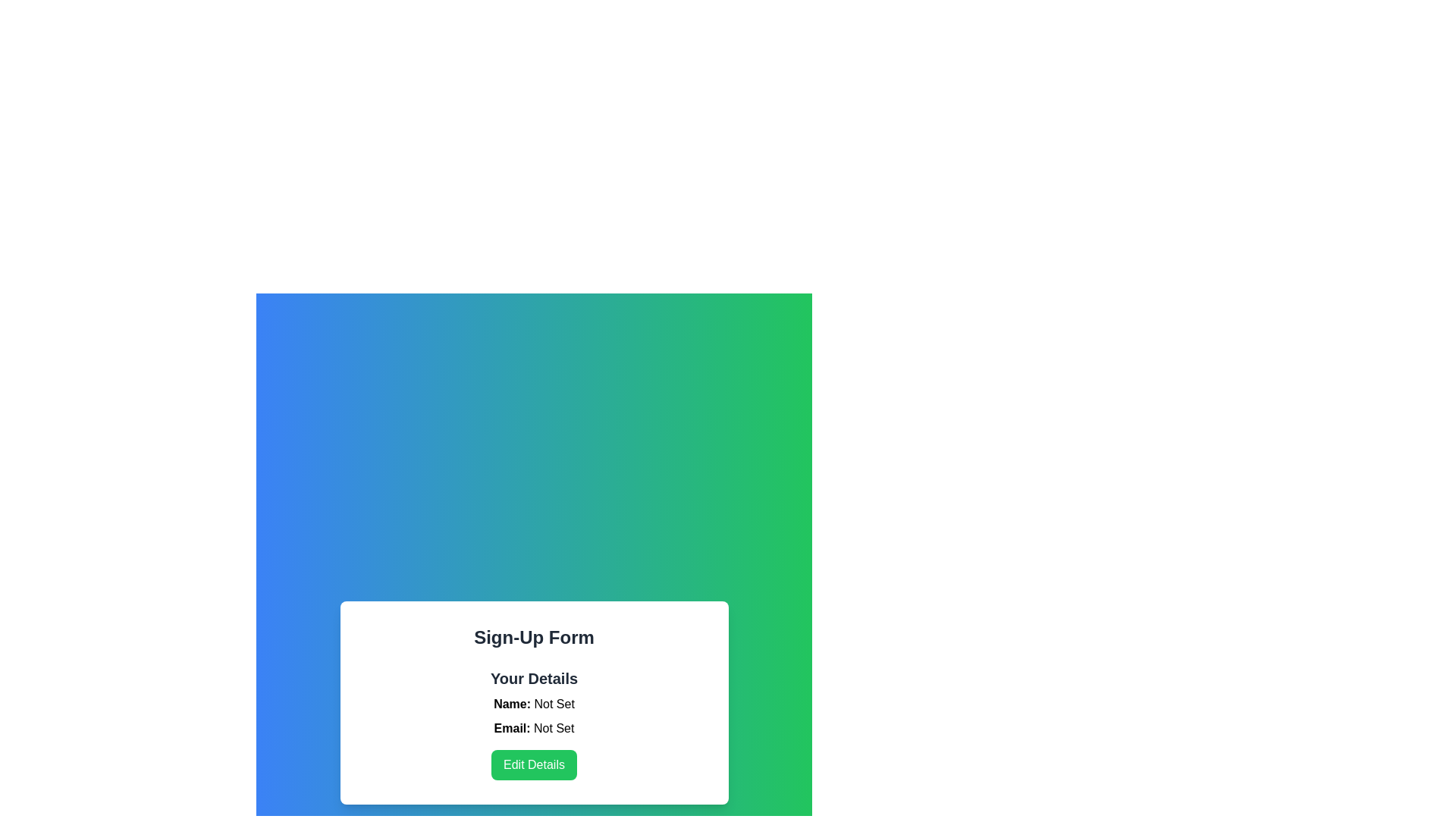 The image size is (1456, 819). Describe the element at coordinates (534, 637) in the screenshot. I see `the text label that serves as the title for the sign-up form, which is located at the top of the white rectangular form area` at that location.